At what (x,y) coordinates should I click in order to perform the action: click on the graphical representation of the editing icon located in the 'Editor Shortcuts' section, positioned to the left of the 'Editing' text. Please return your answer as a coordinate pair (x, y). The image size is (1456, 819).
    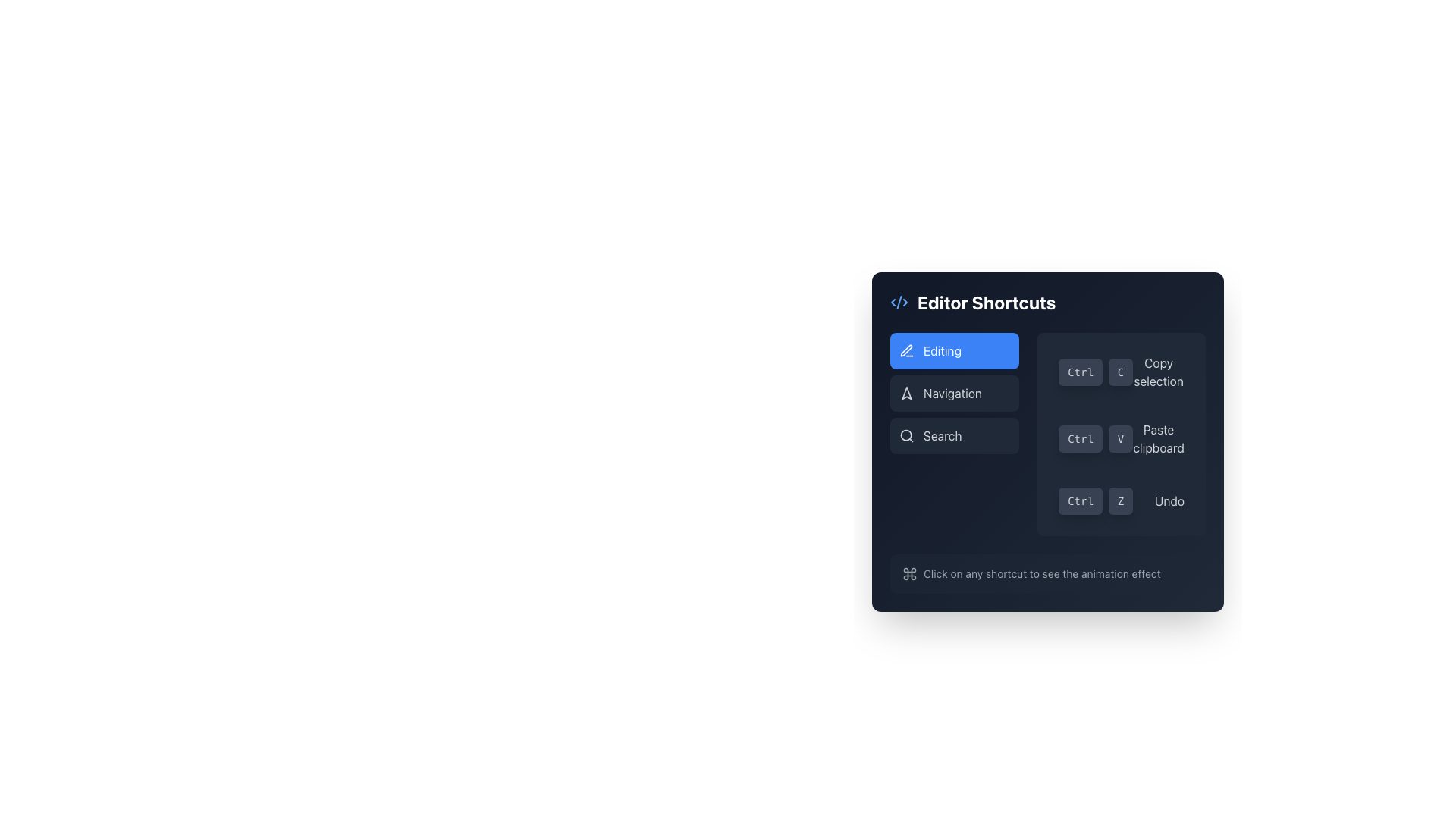
    Looking at the image, I should click on (906, 350).